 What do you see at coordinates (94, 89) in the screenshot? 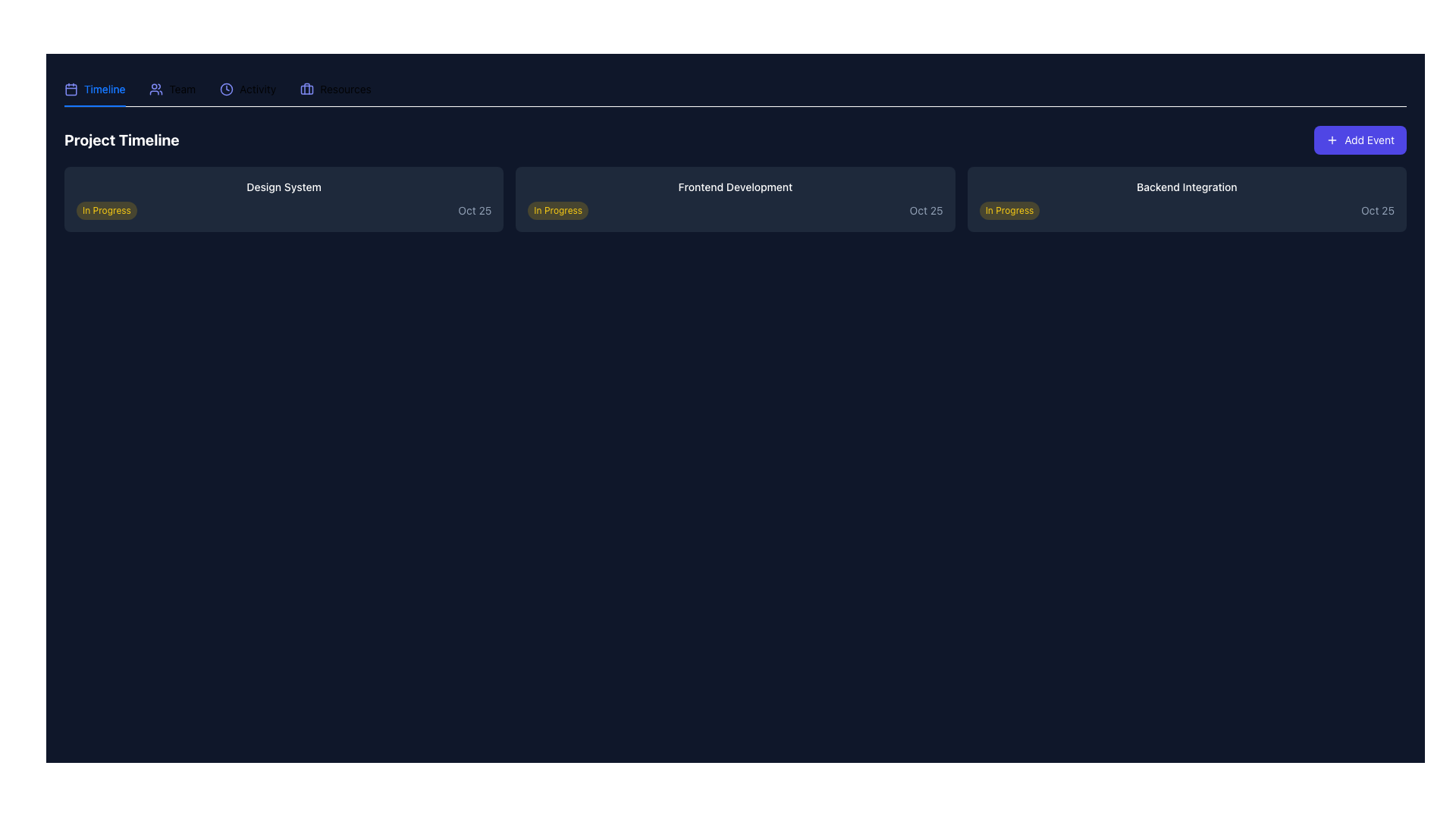
I see `the 'Timeline' tab` at bounding box center [94, 89].